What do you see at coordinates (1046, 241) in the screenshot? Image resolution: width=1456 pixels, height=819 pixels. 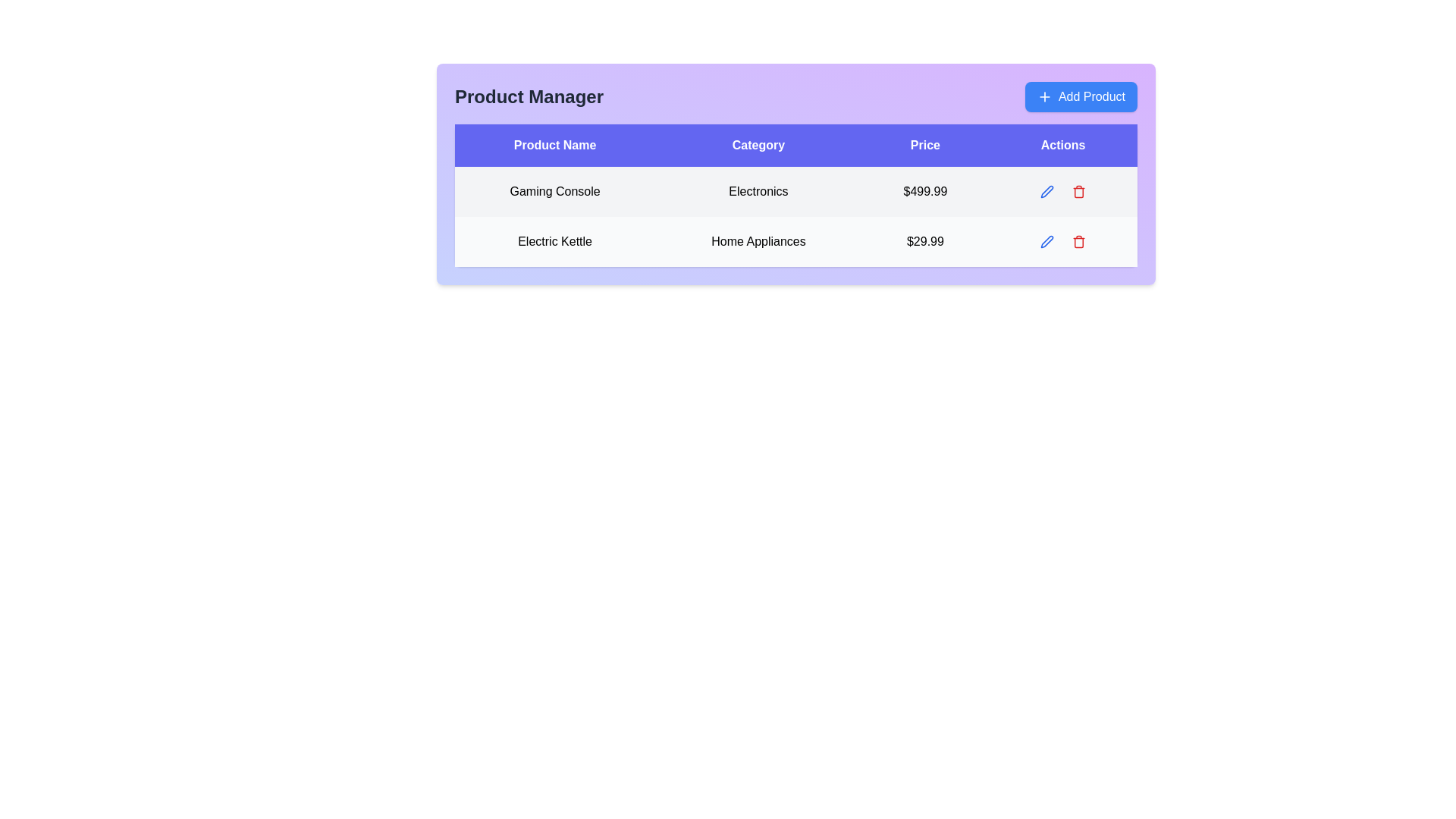 I see `the blue pen-shaped SVG icon representing editing functionality in the 'Actions' column of the second row of the data table` at bounding box center [1046, 241].